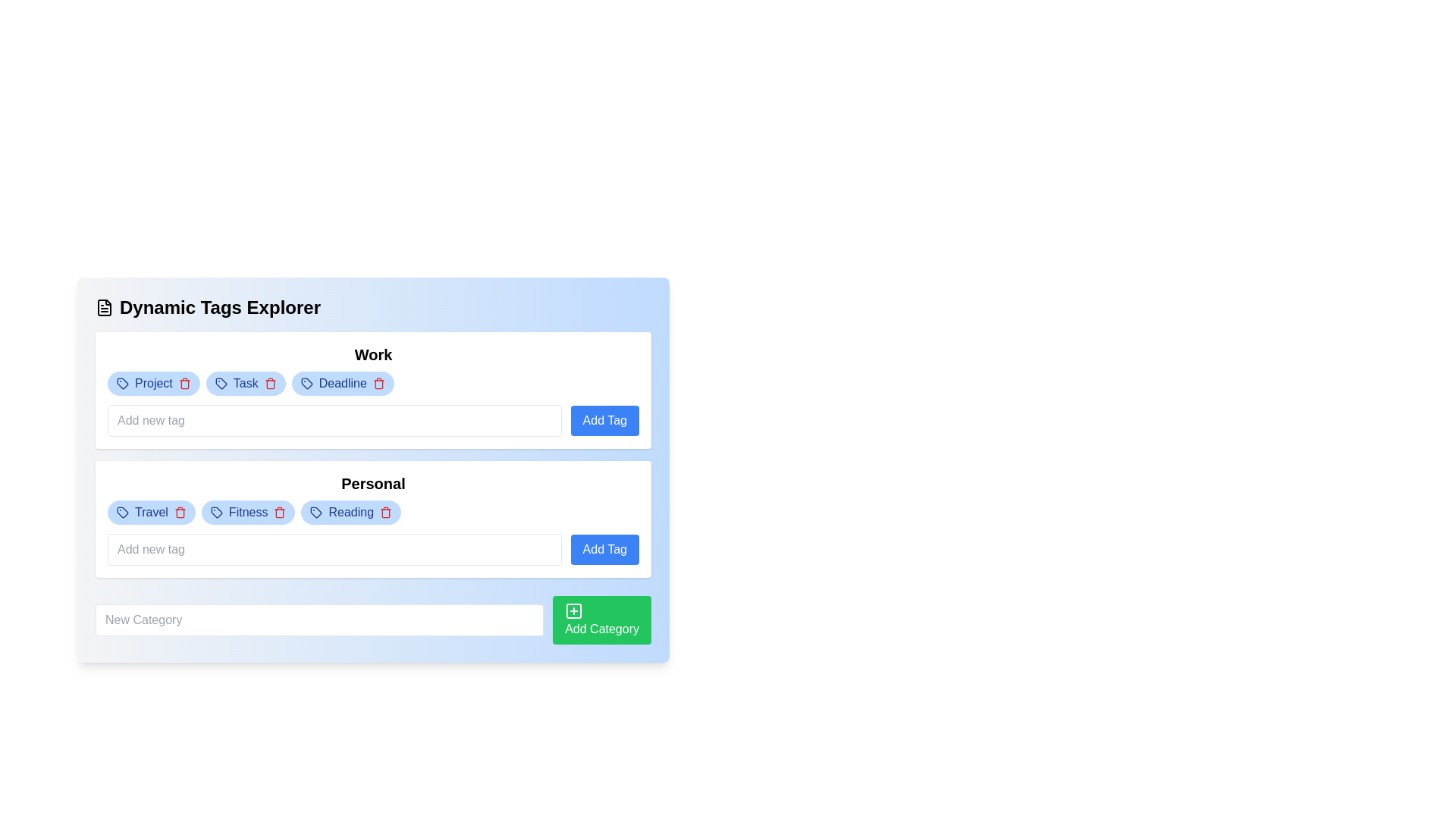  Describe the element at coordinates (385, 512) in the screenshot. I see `the red trash icon delete button located next to the 'Reading' tag under the 'Personal' category to potentially see additional effects or tooltips` at that location.